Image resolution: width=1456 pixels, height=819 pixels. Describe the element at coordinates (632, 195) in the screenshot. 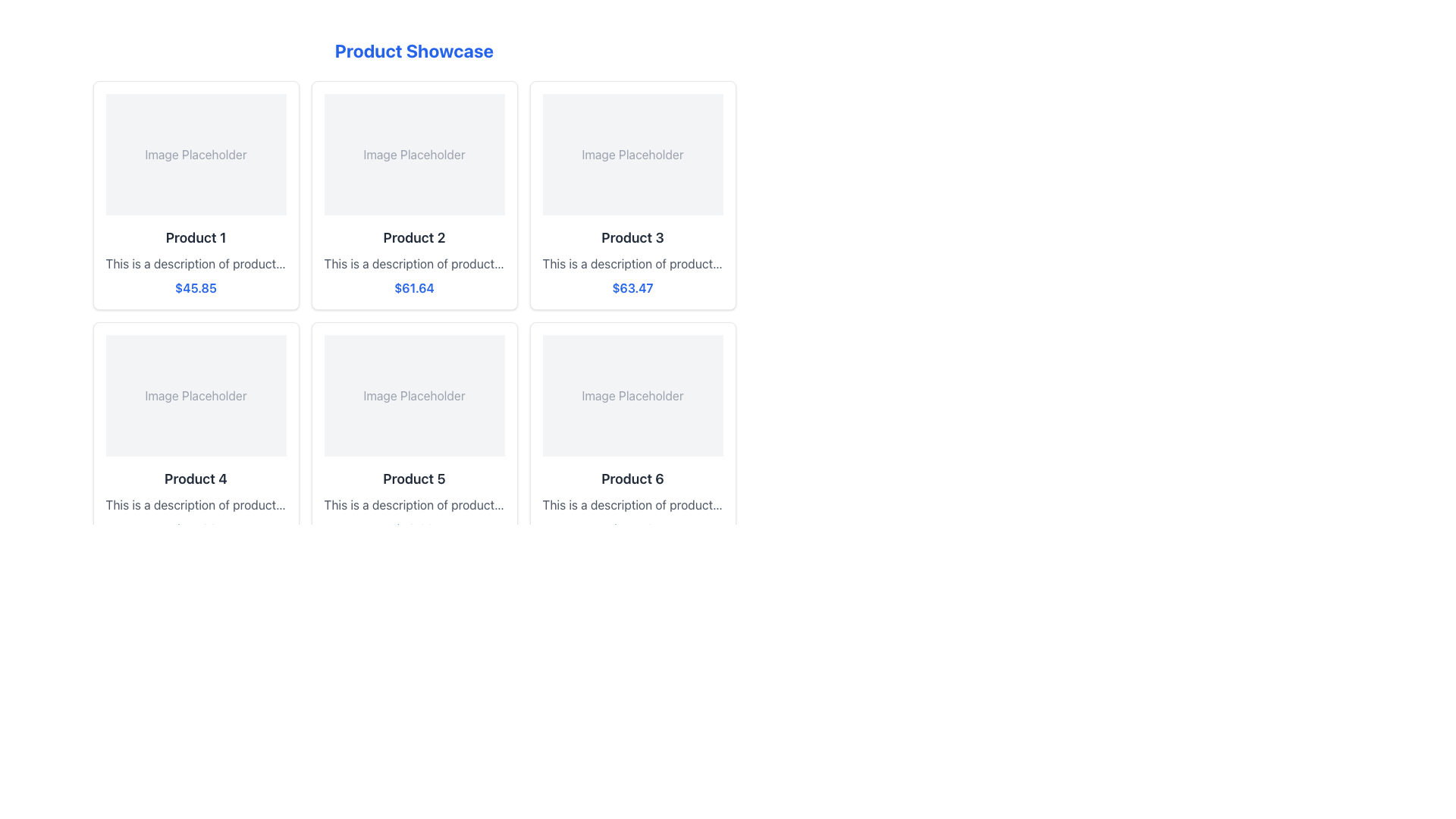

I see `the Display Card containing 'Product 3', which has a white background, rounded corners, and shows the price '$63.47' in blue at the bottom` at that location.